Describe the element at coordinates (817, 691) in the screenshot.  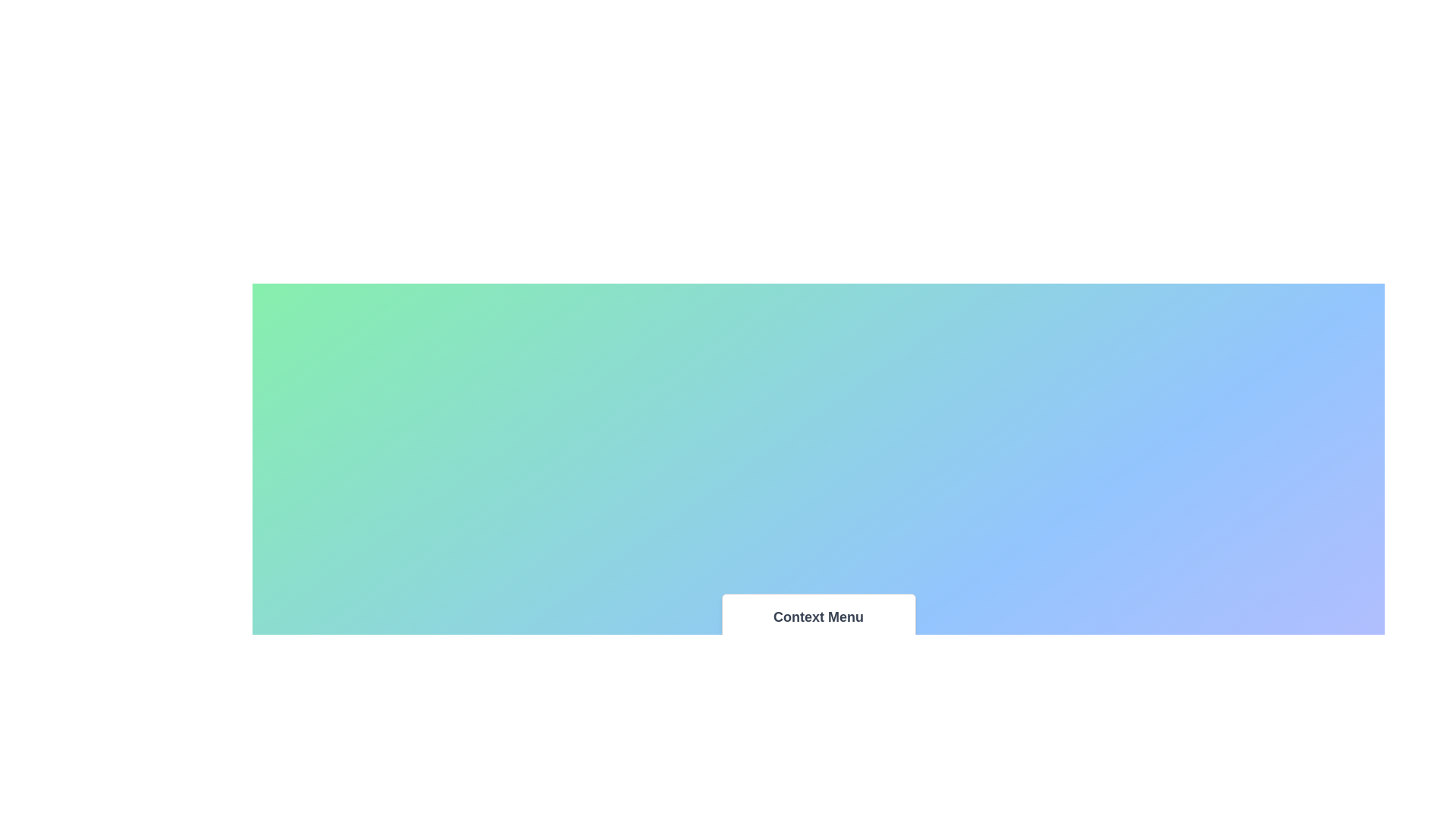
I see `the menu item Media to highlight it` at that location.